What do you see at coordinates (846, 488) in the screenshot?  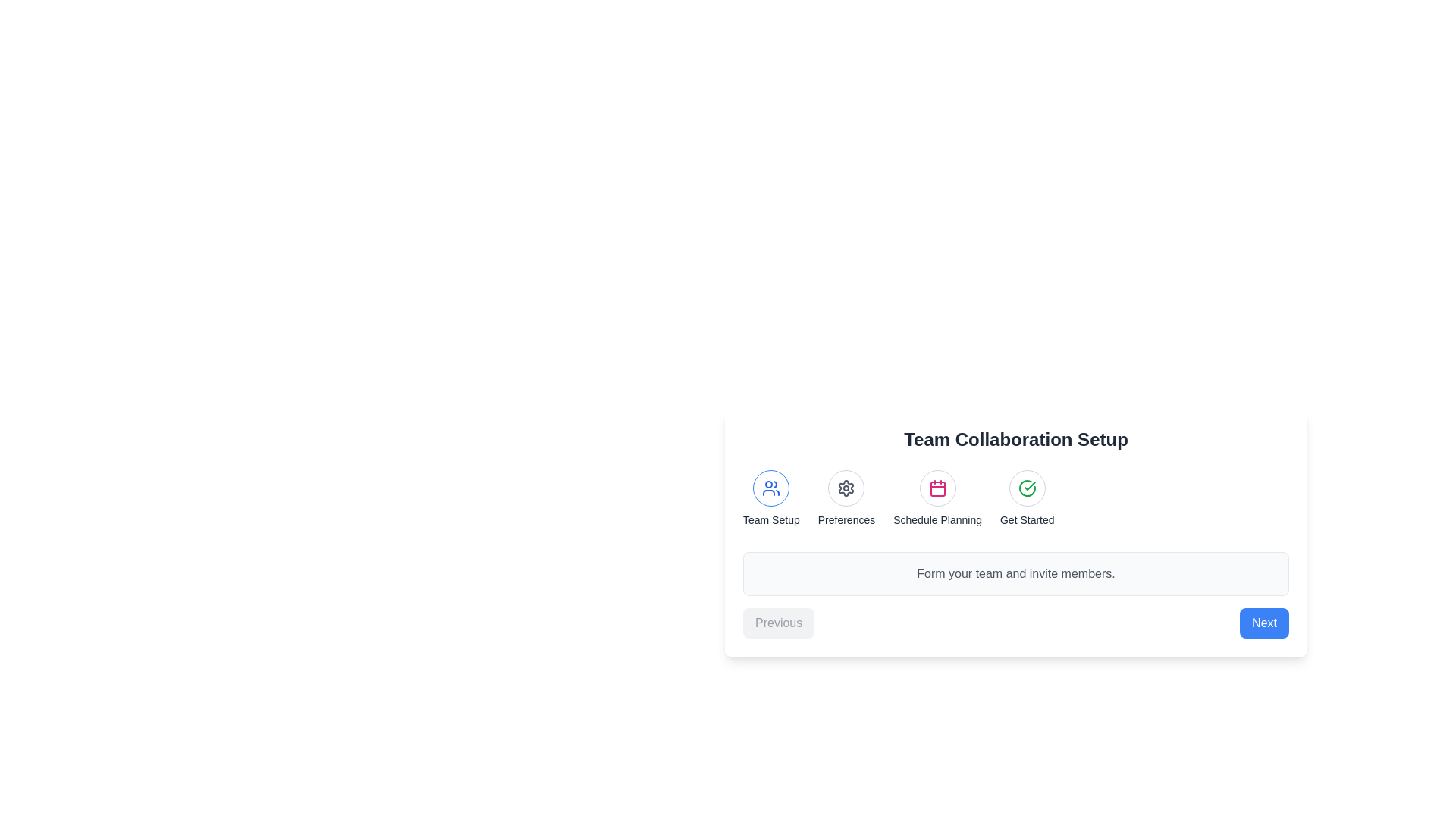 I see `the settings icon located in the 'Preferences' section` at bounding box center [846, 488].